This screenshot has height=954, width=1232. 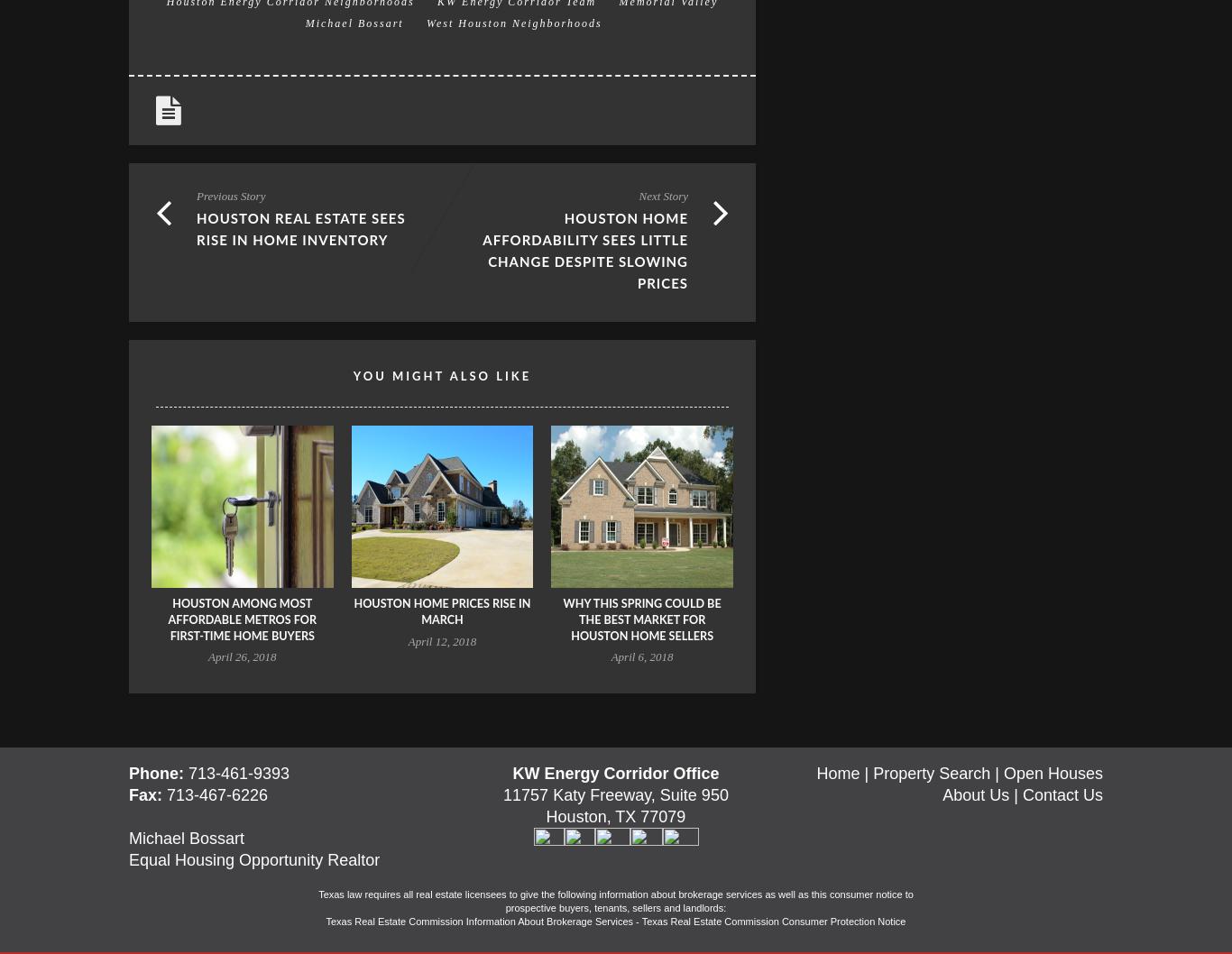 What do you see at coordinates (584, 251) in the screenshot?
I see `'Houston Home Affordability Sees Little Change Despite Slowing Prices'` at bounding box center [584, 251].